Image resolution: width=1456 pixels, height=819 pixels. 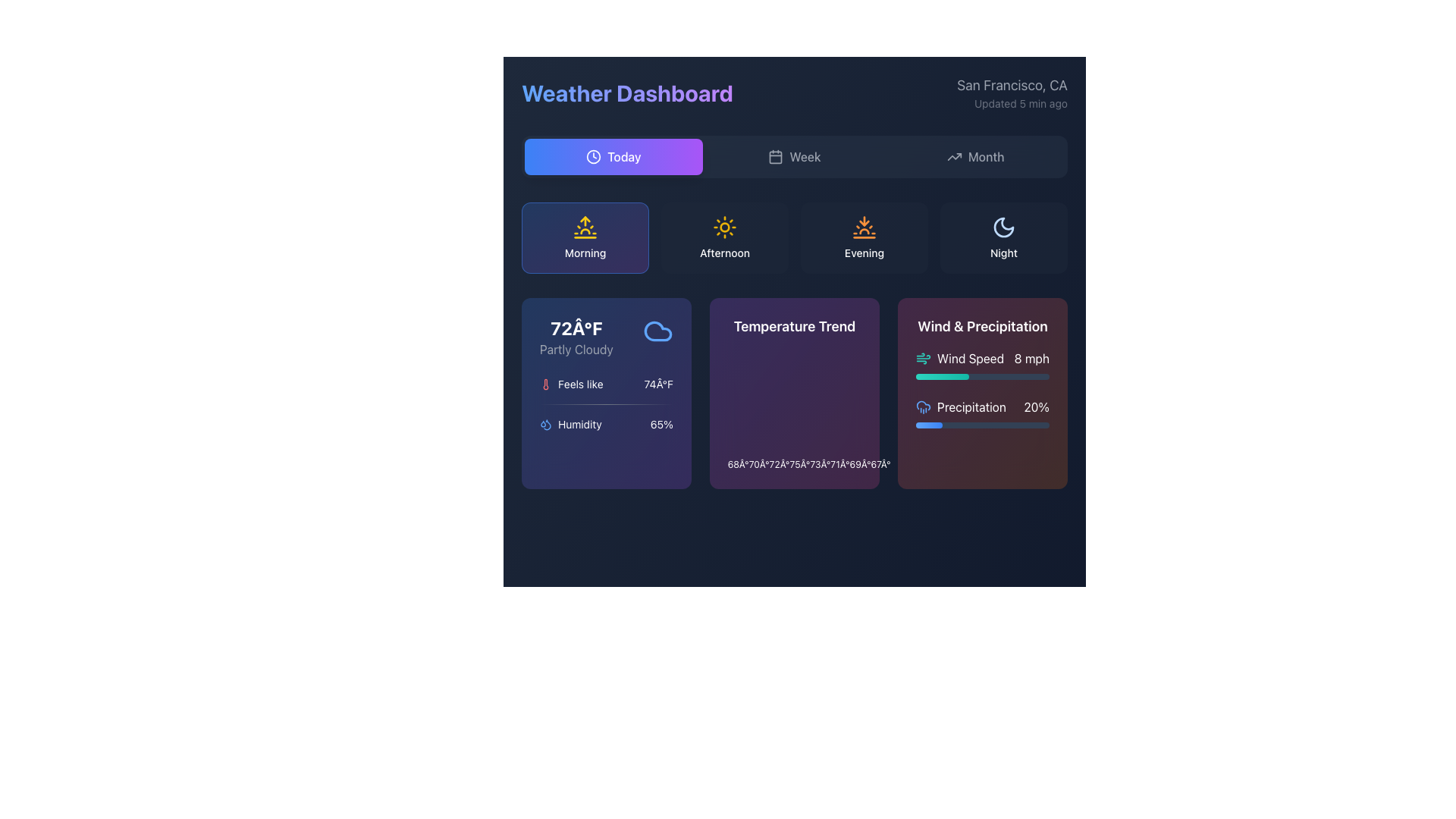 What do you see at coordinates (971, 359) in the screenshot?
I see `the 'Wind Speed' text label element, which displays the text in white font on a dark maroon background, located in the 'Wind & Precipitation' section of the dashboard` at bounding box center [971, 359].